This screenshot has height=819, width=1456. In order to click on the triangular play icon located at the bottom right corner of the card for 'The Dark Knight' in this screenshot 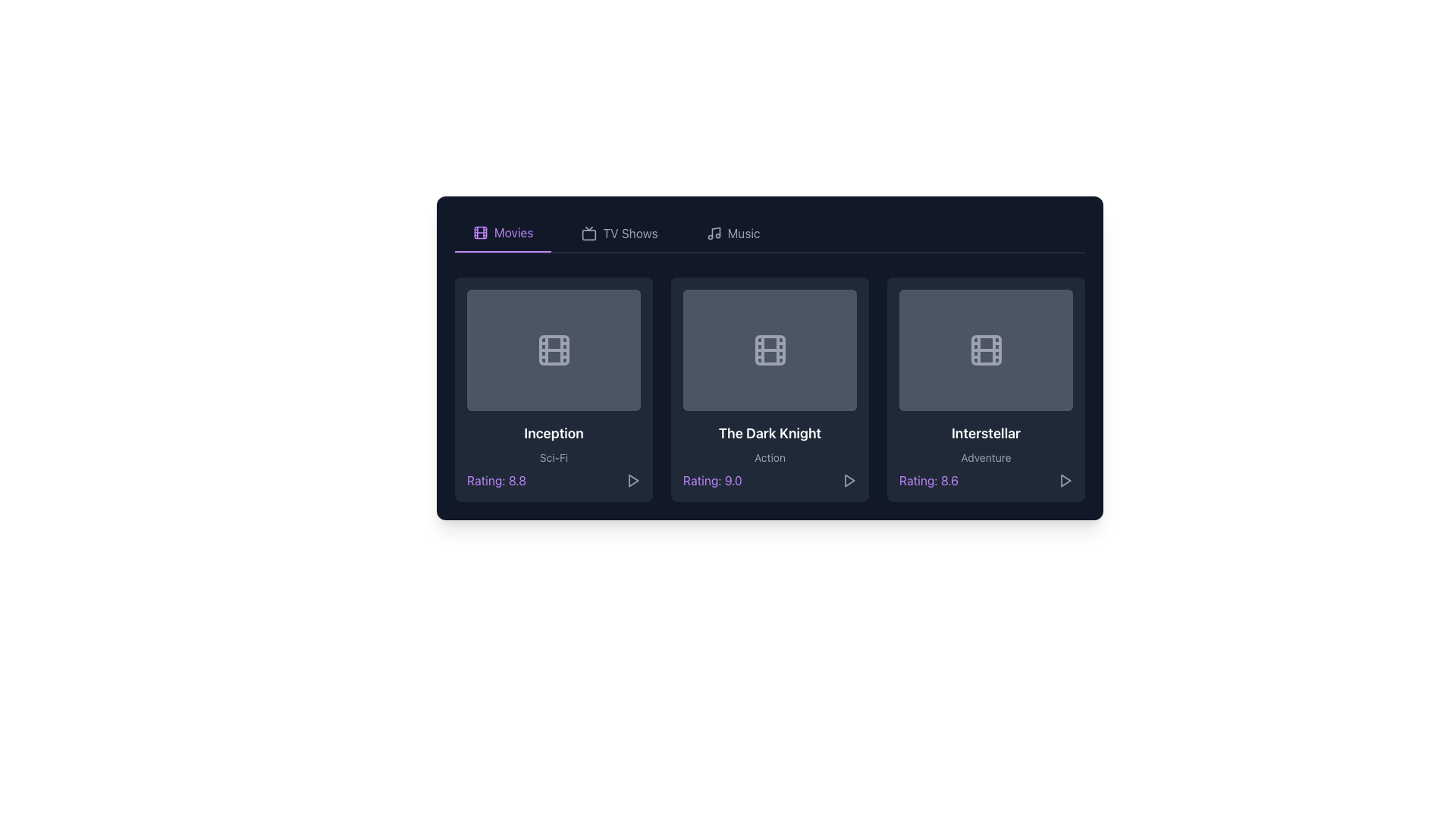, I will do `click(849, 480)`.